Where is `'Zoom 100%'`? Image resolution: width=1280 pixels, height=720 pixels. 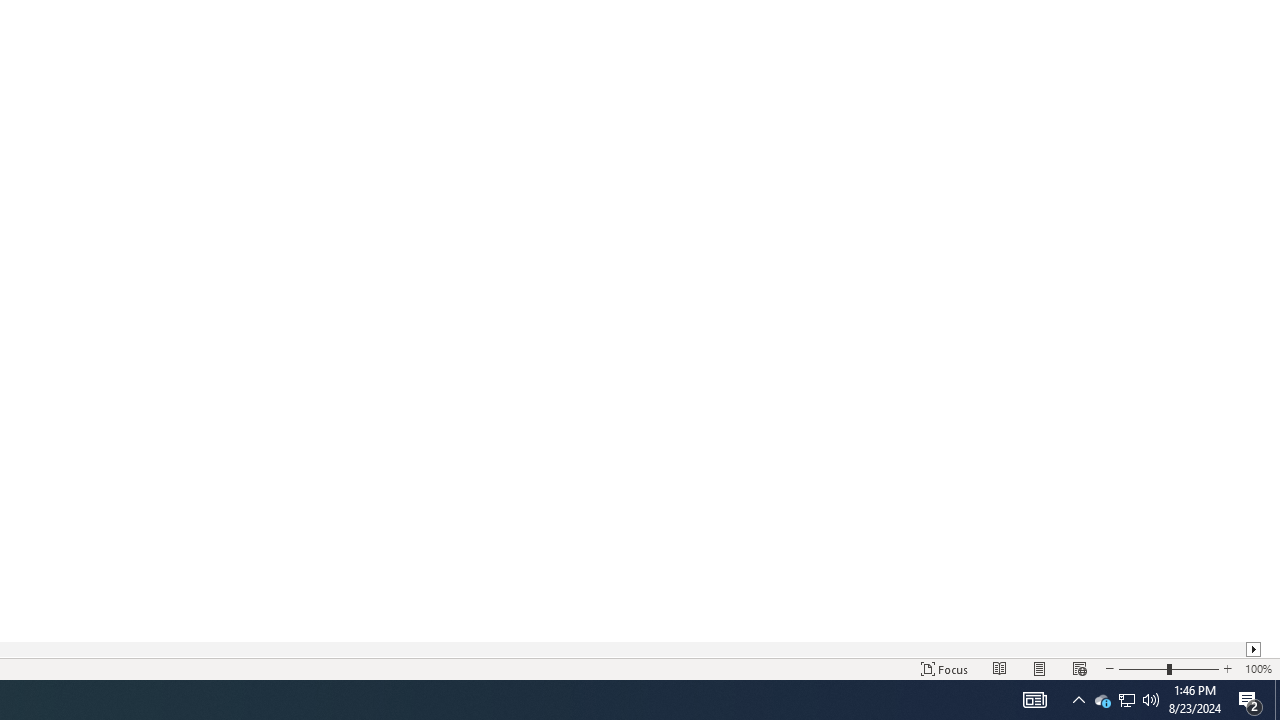 'Zoom 100%' is located at coordinates (1257, 669).